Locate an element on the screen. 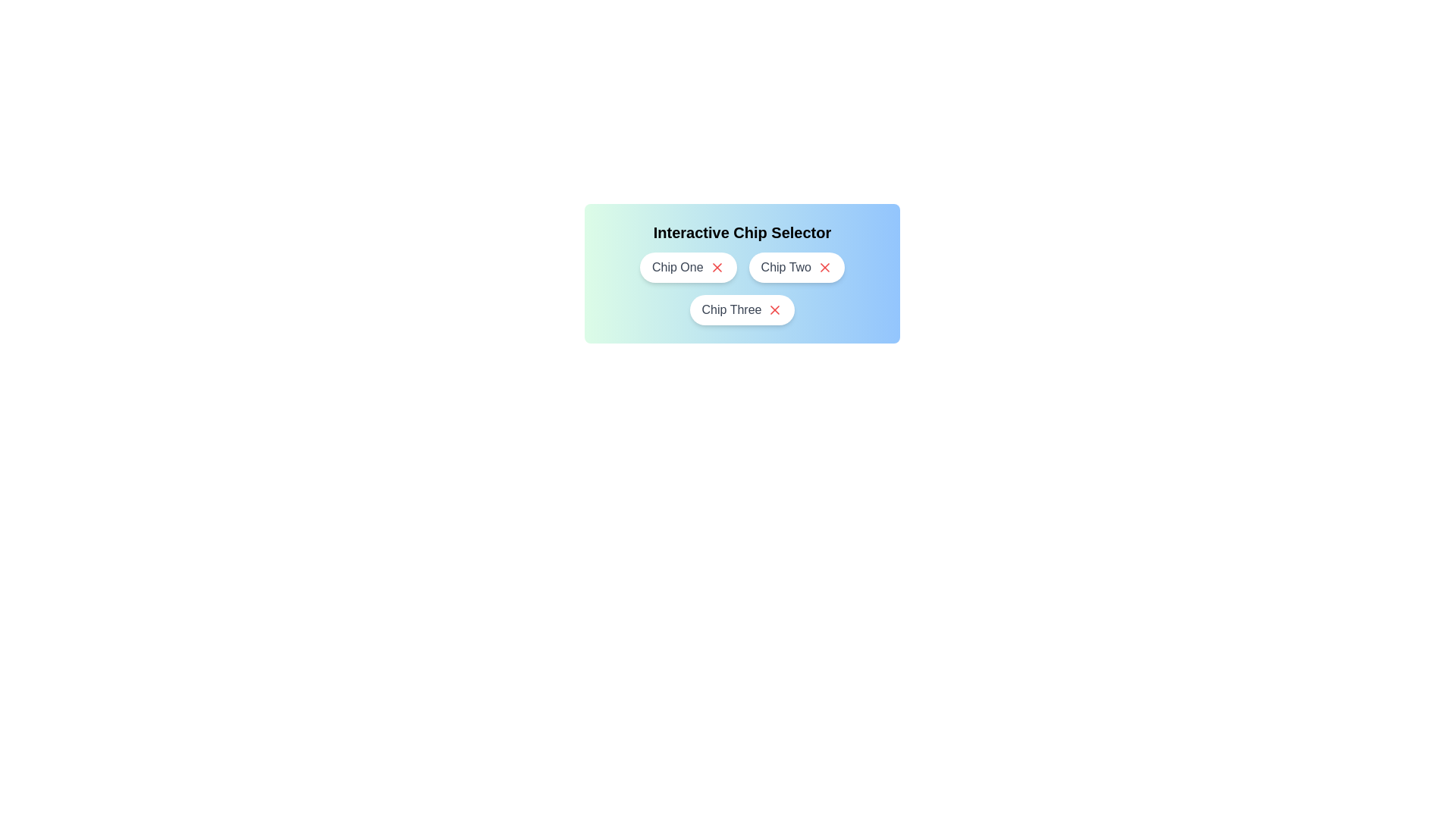 This screenshot has height=819, width=1456. close button of the chip labeled Chip Two to remove it is located at coordinates (824, 267).